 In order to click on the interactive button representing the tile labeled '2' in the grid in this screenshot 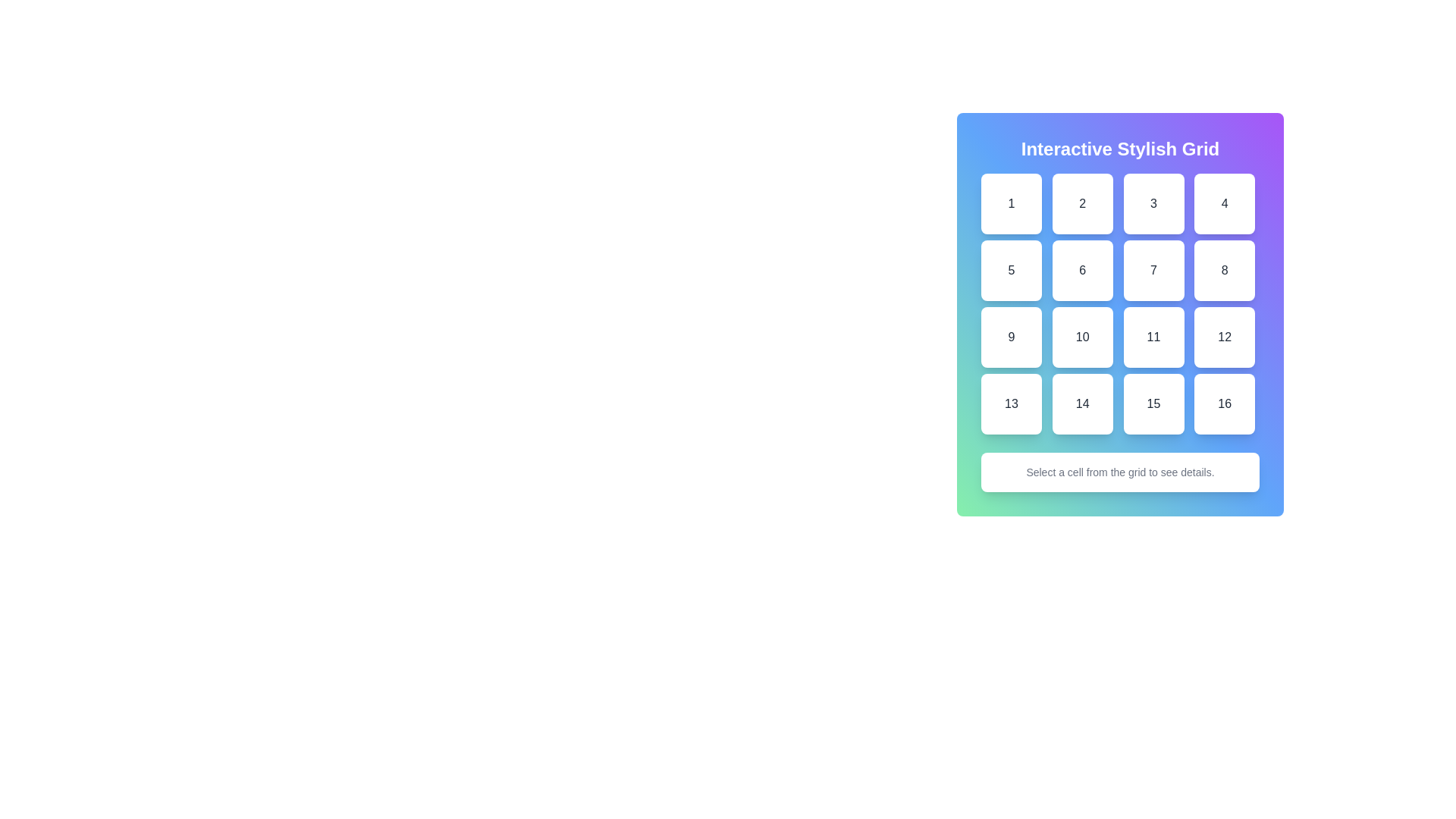, I will do `click(1081, 203)`.